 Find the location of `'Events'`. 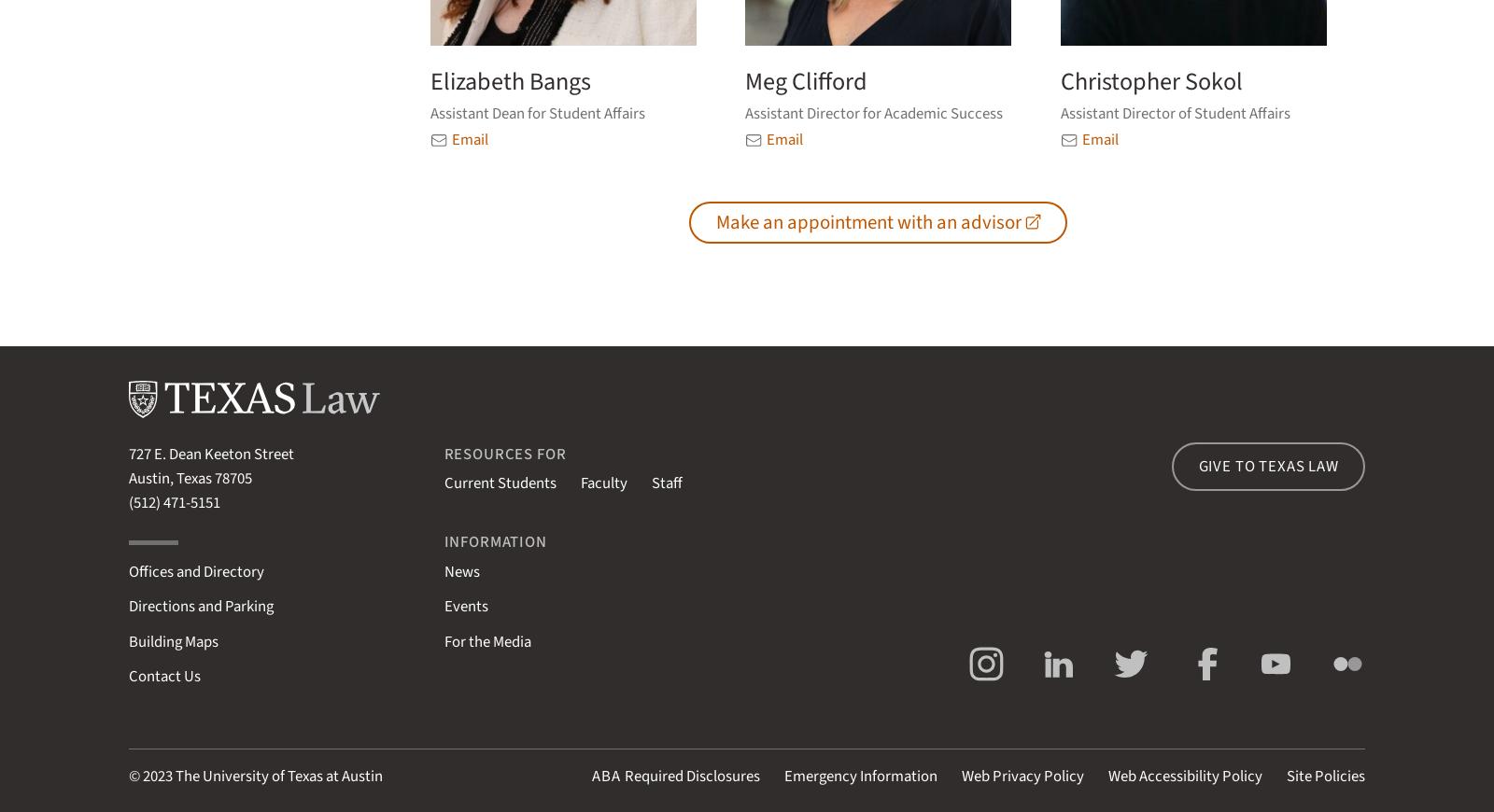

'Events' is located at coordinates (464, 605).